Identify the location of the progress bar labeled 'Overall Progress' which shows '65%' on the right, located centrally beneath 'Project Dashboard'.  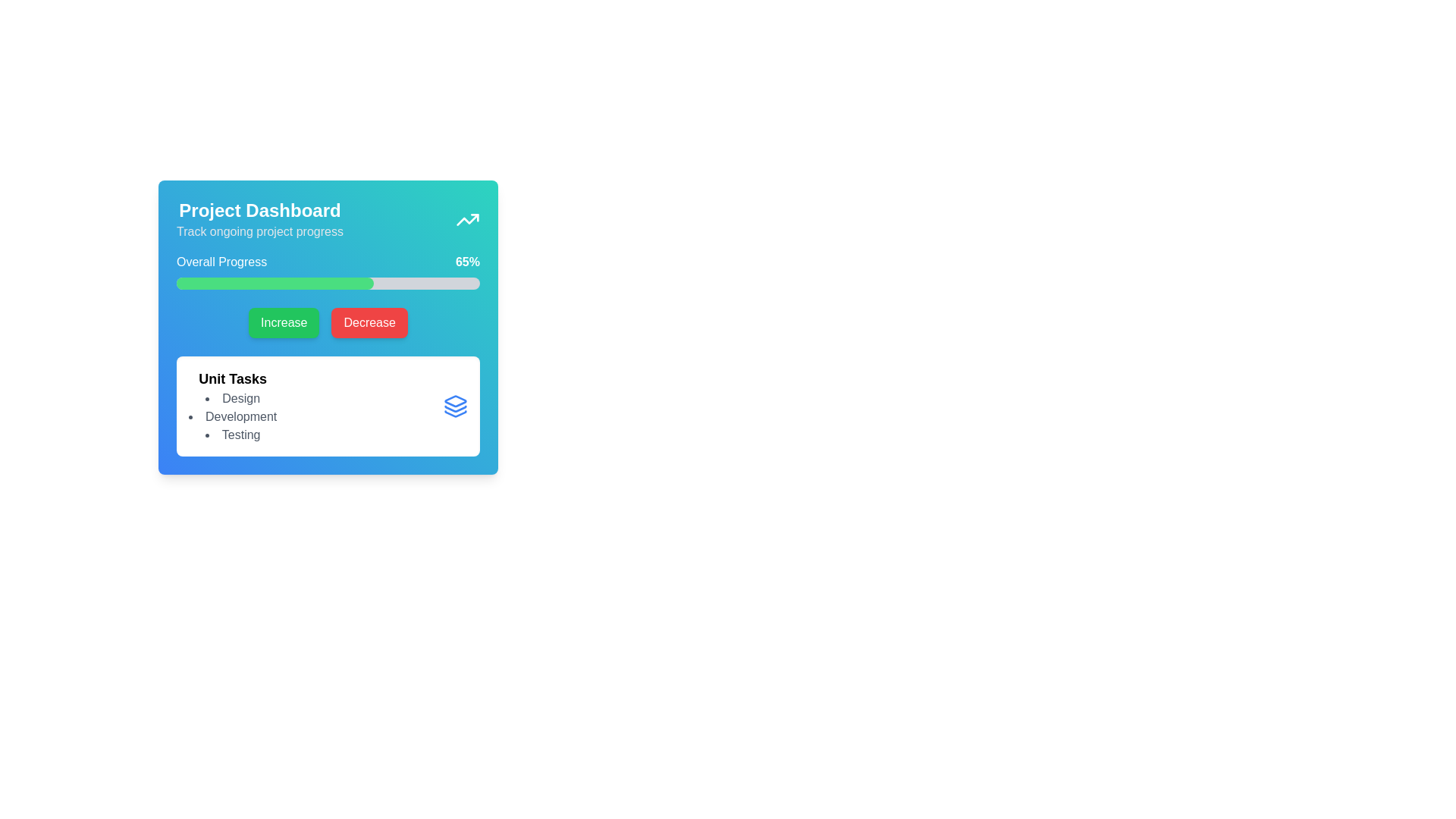
(327, 271).